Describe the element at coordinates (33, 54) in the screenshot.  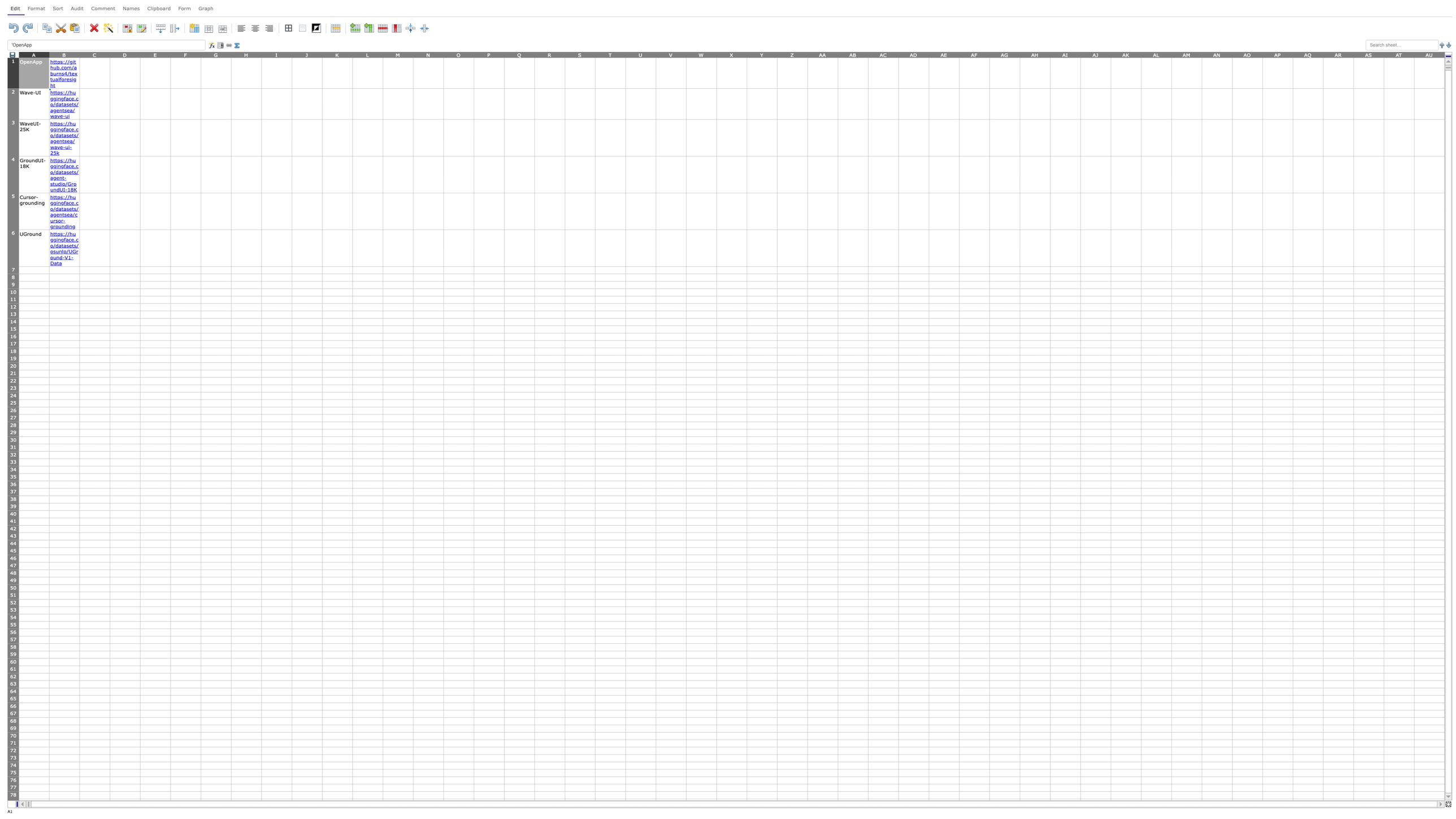
I see `Activate column A` at that location.